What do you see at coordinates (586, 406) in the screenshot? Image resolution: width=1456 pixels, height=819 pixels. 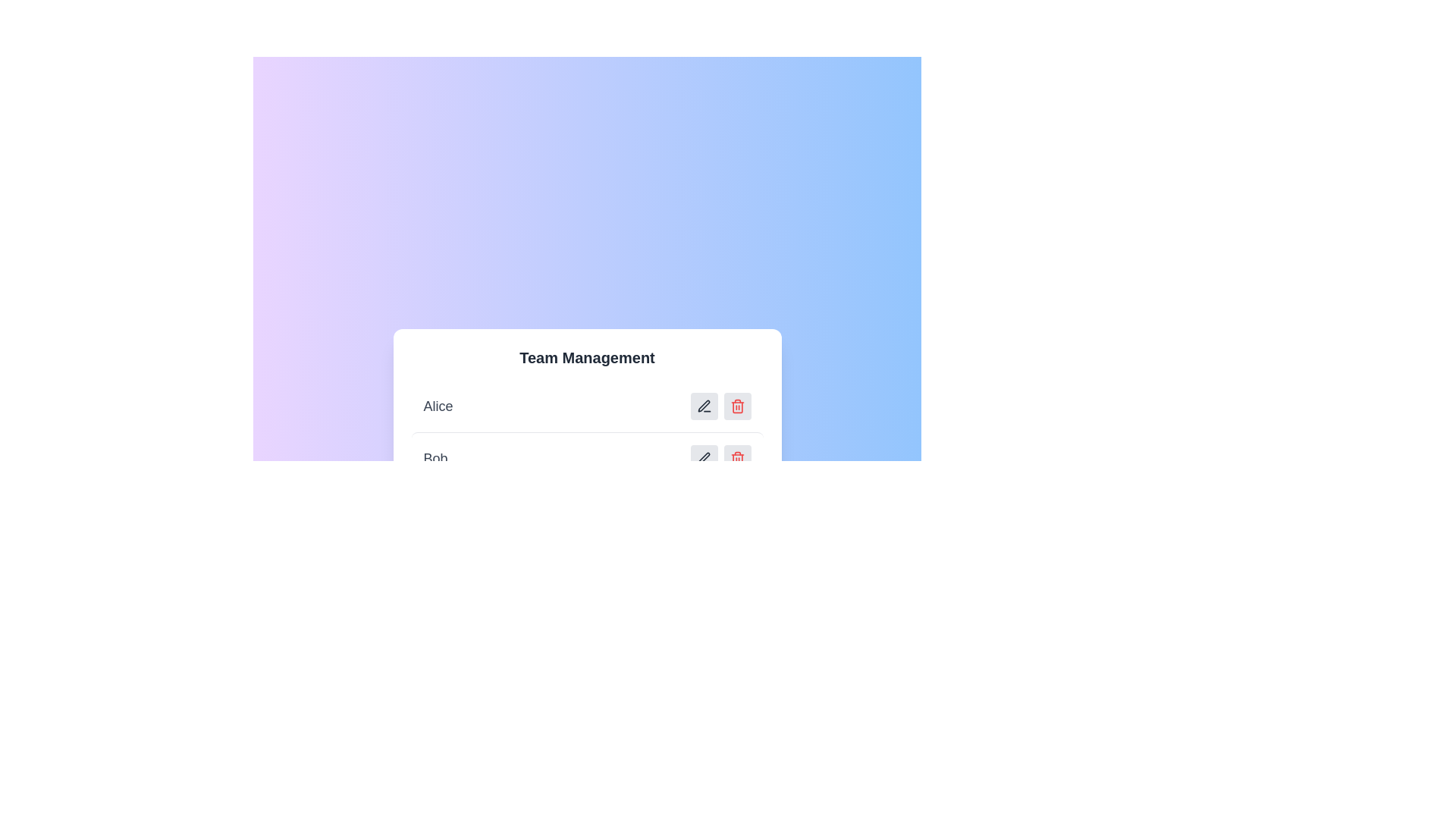 I see `the team member Alice from the list` at bounding box center [586, 406].